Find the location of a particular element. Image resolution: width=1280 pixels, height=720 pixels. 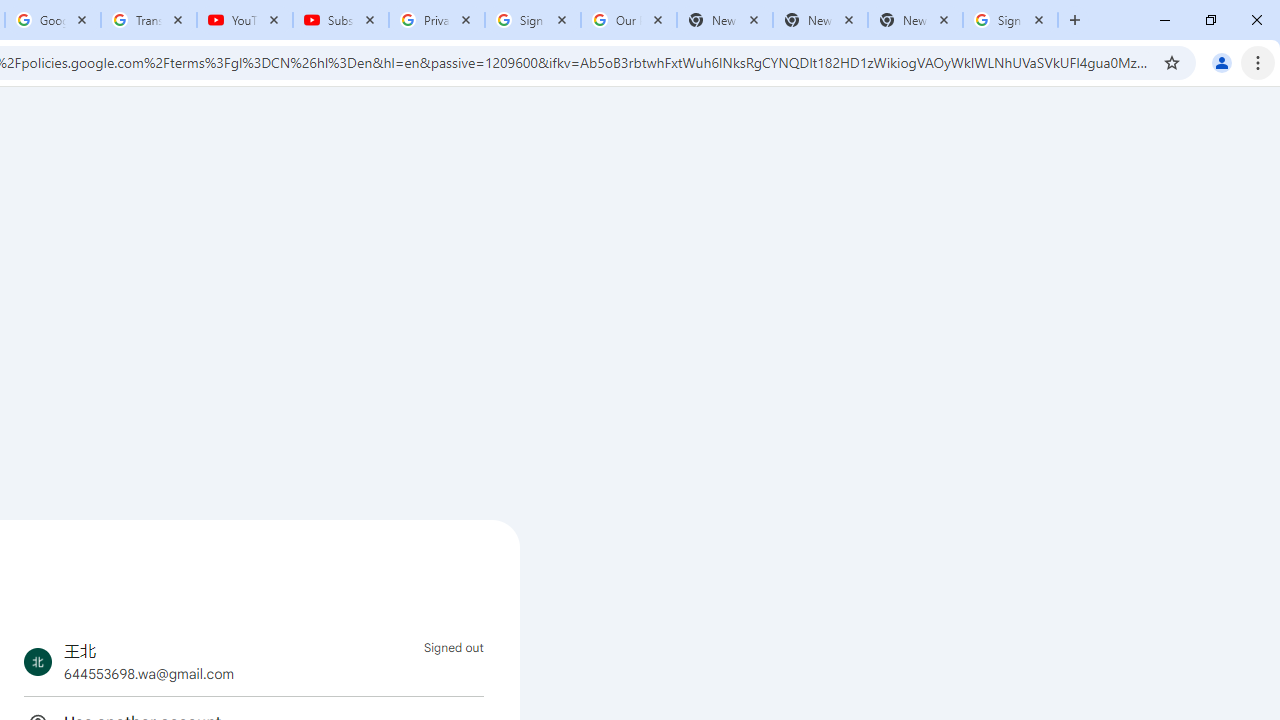

'Subscriptions - YouTube' is located at coordinates (341, 20).